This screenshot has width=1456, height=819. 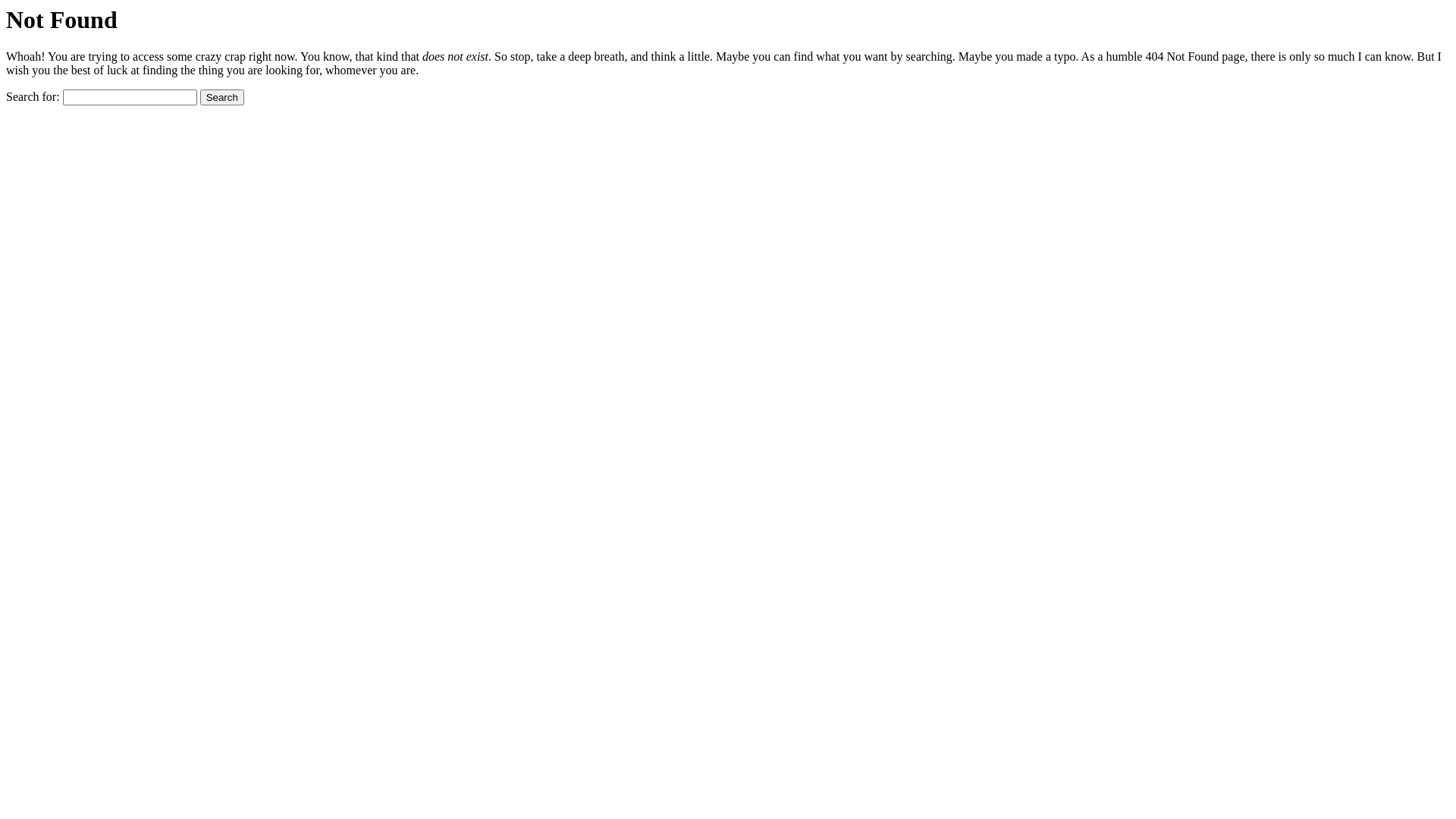 I want to click on 'Search', so click(x=221, y=97).